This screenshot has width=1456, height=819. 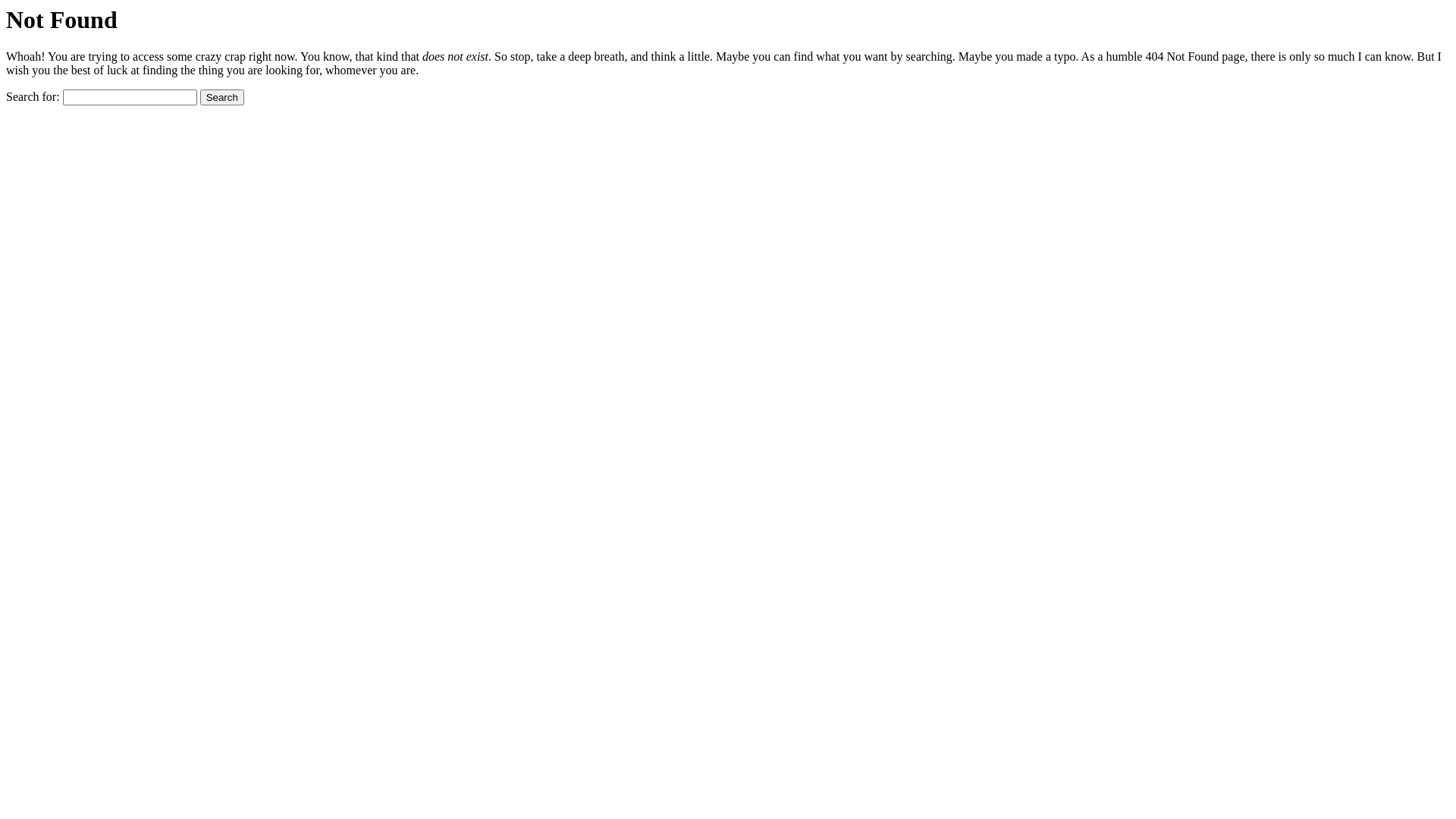 I want to click on 'Search', so click(x=221, y=97).